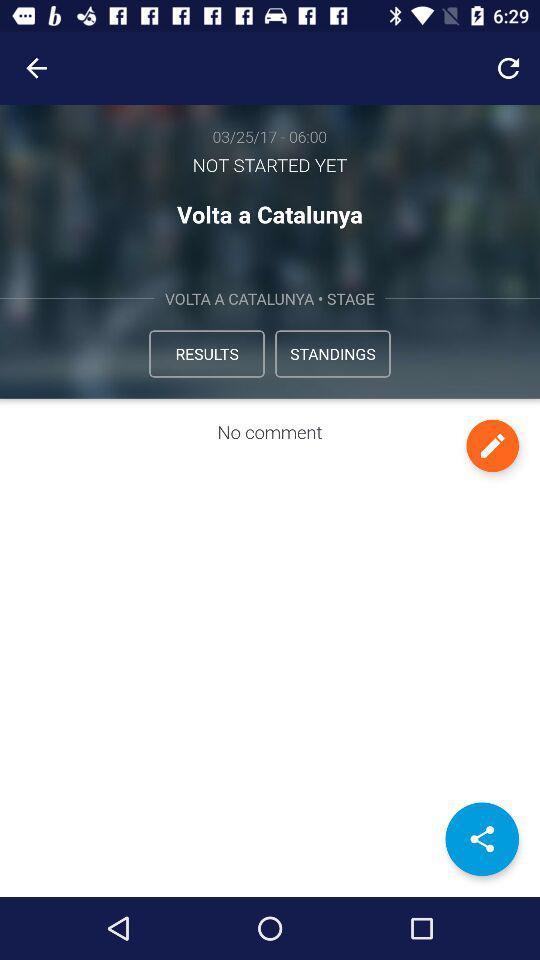 The image size is (540, 960). I want to click on item below volta a catalunya item, so click(205, 353).